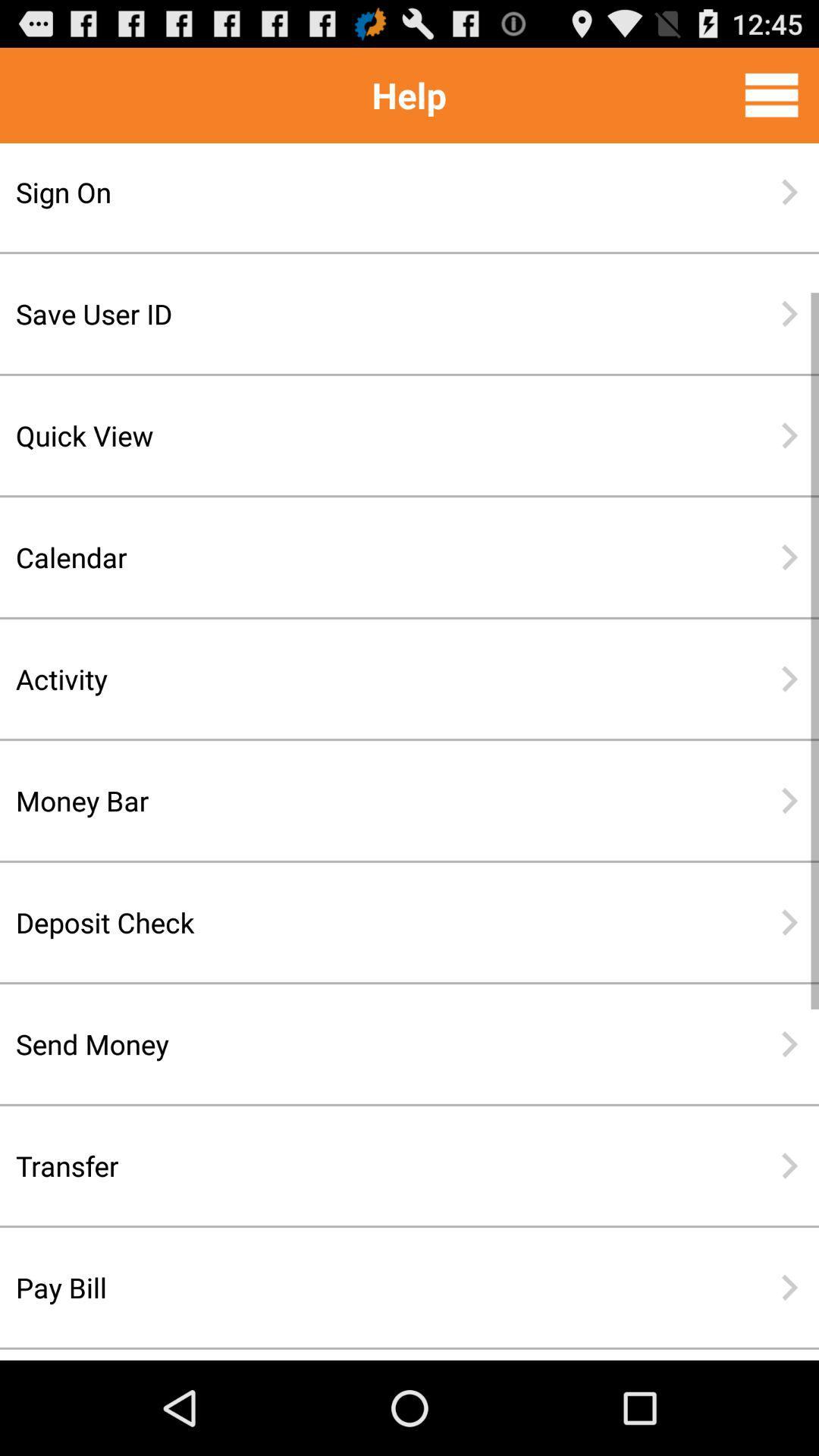 This screenshot has height=1456, width=819. Describe the element at coordinates (789, 921) in the screenshot. I see `the item to the right of the deposit check item` at that location.